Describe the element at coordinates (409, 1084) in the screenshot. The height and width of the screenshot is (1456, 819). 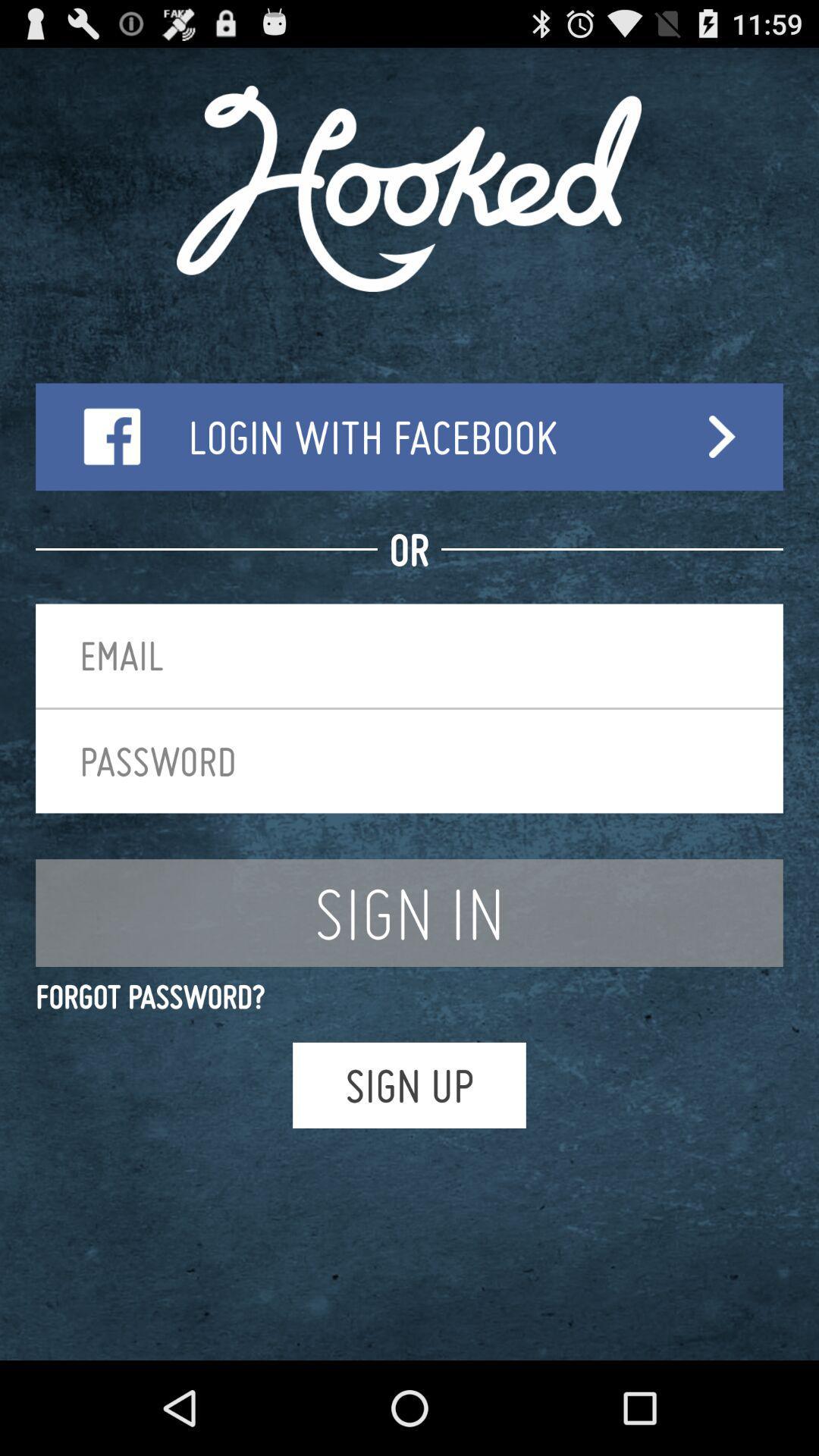
I see `sign up icon` at that location.